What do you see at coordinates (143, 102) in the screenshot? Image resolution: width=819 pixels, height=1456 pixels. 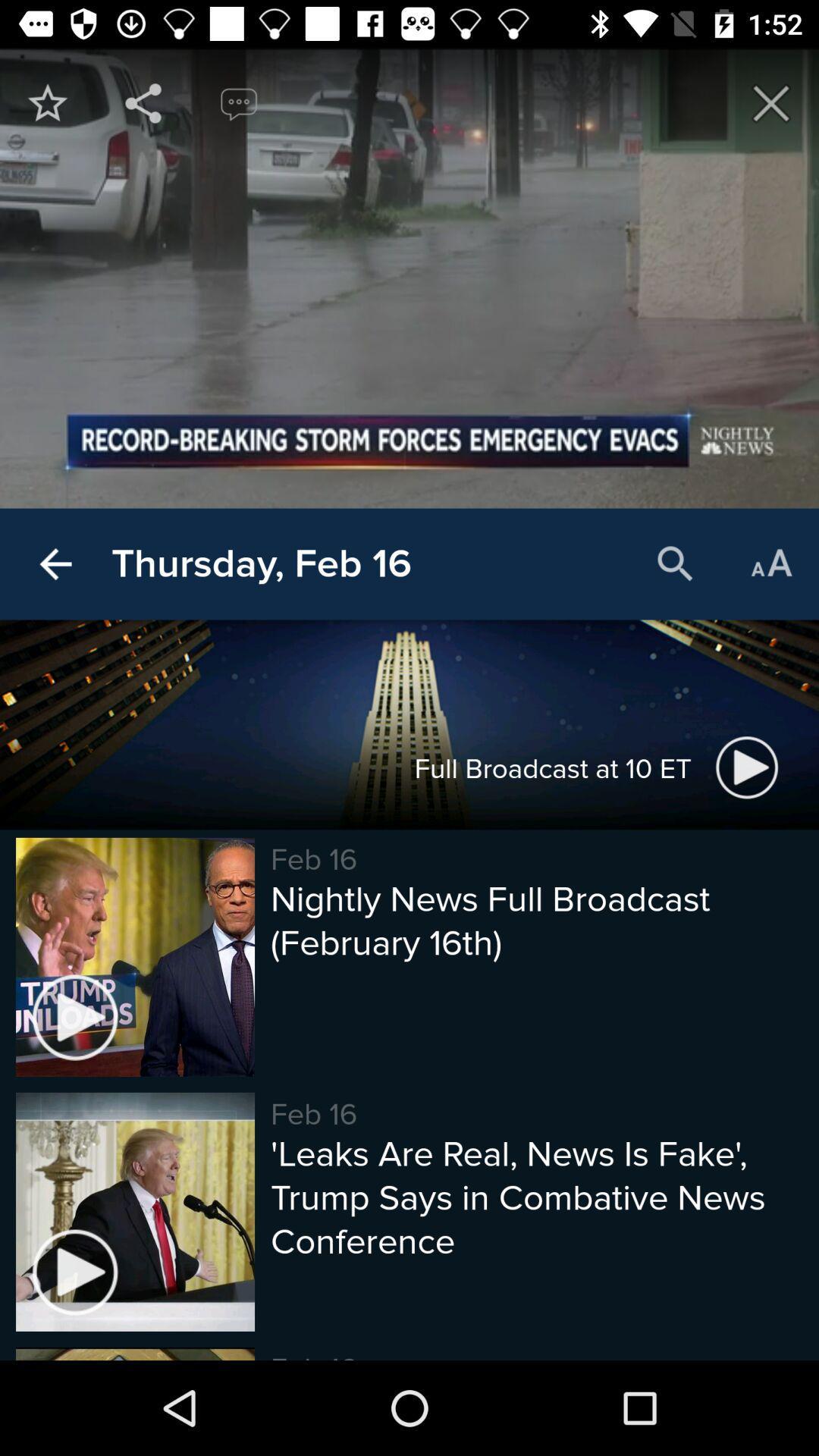 I see `share this video` at bounding box center [143, 102].